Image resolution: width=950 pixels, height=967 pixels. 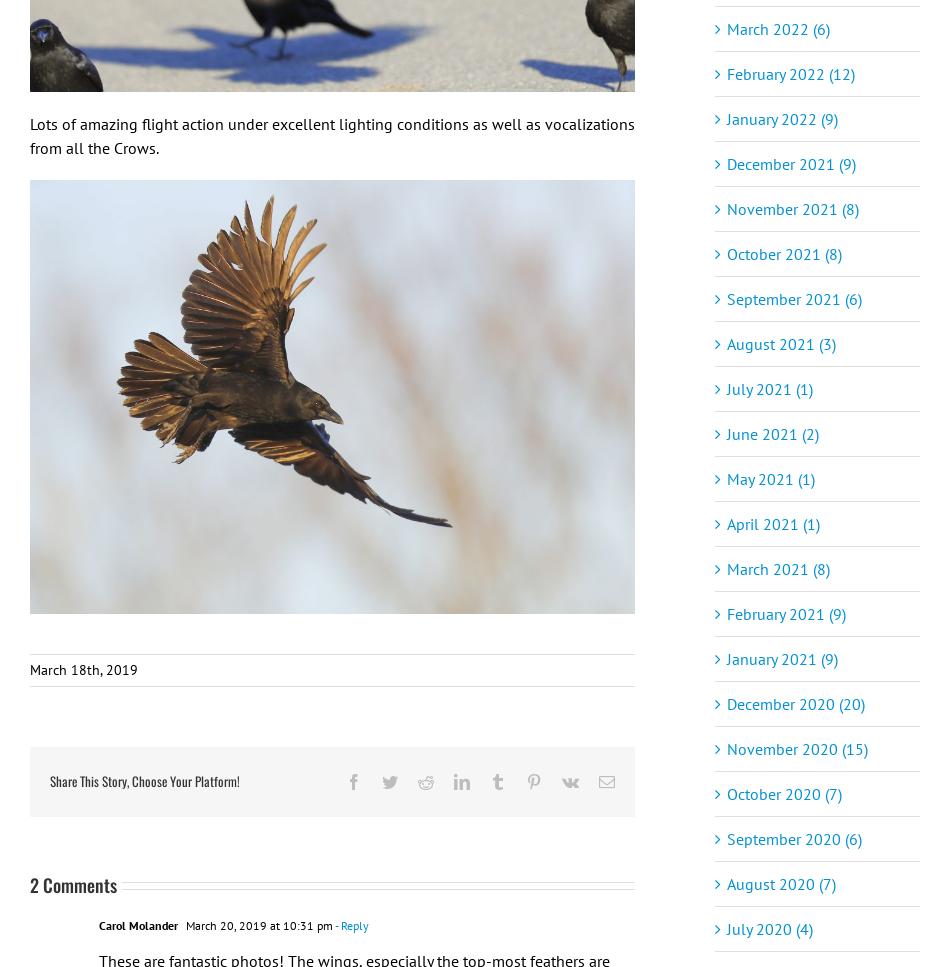 What do you see at coordinates (768, 387) in the screenshot?
I see `'July 2021 (1)'` at bounding box center [768, 387].